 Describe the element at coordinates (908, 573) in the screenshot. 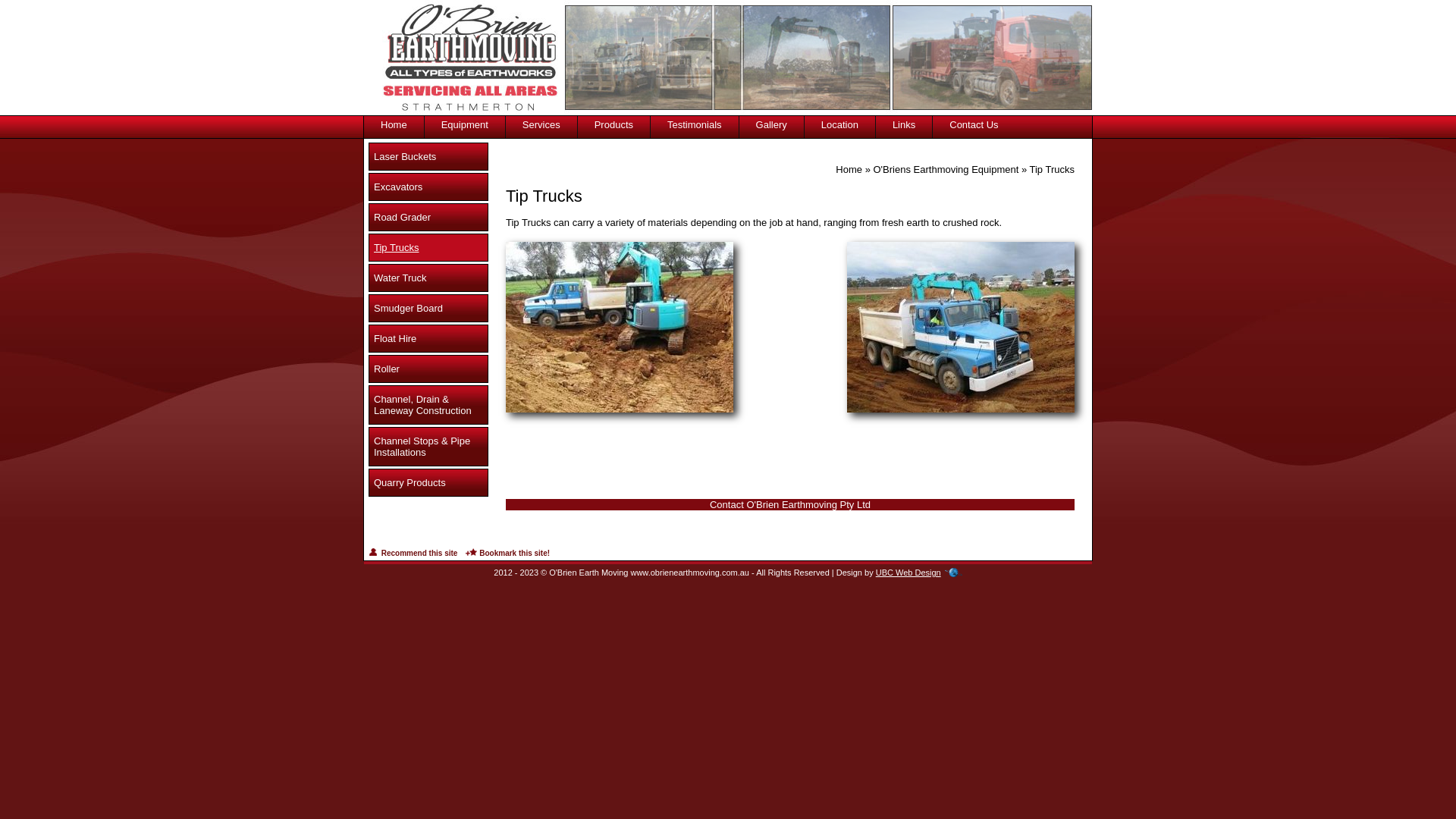

I see `'UBC Web Design'` at that location.